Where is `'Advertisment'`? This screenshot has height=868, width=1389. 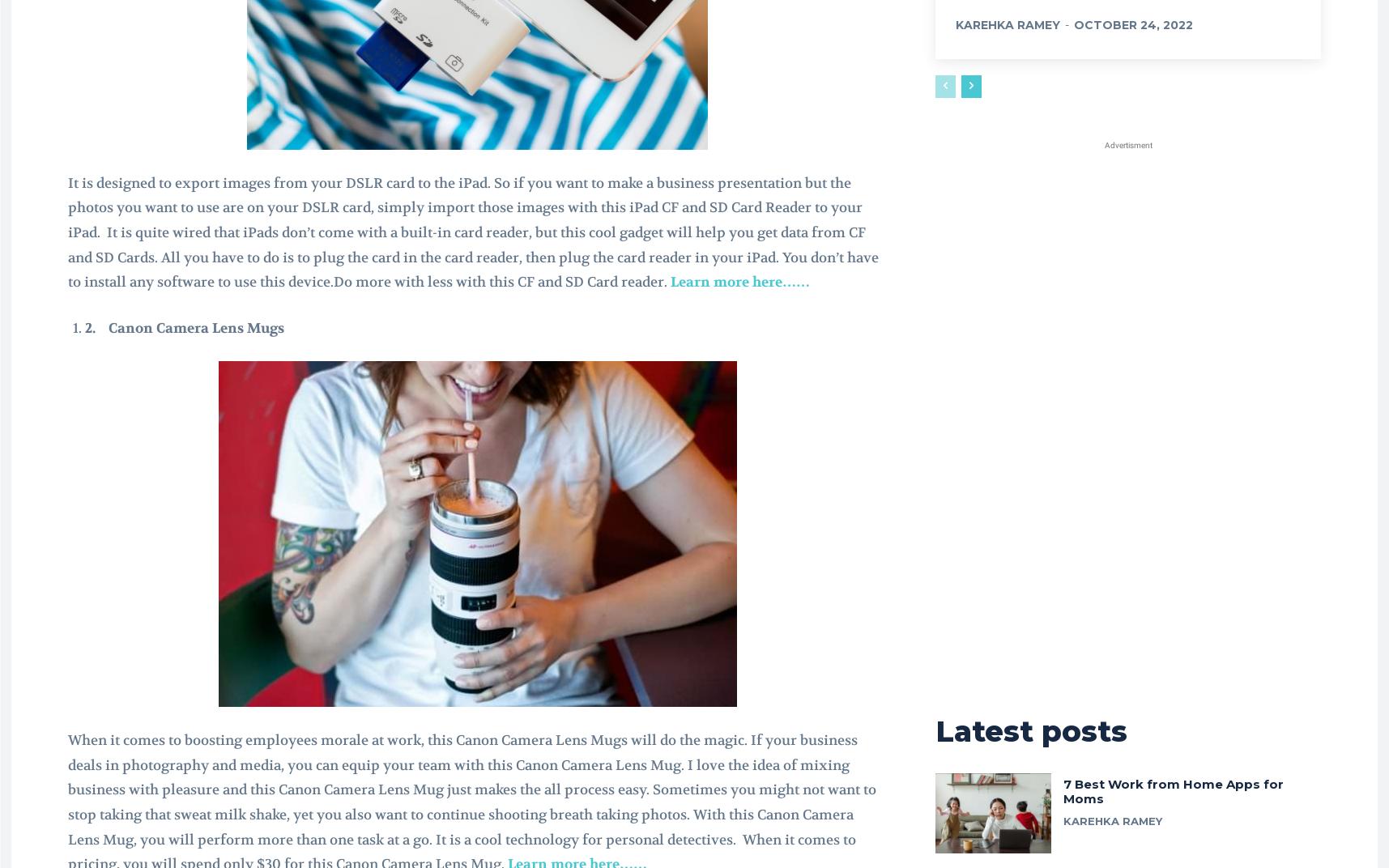
'Advertisment' is located at coordinates (1127, 144).